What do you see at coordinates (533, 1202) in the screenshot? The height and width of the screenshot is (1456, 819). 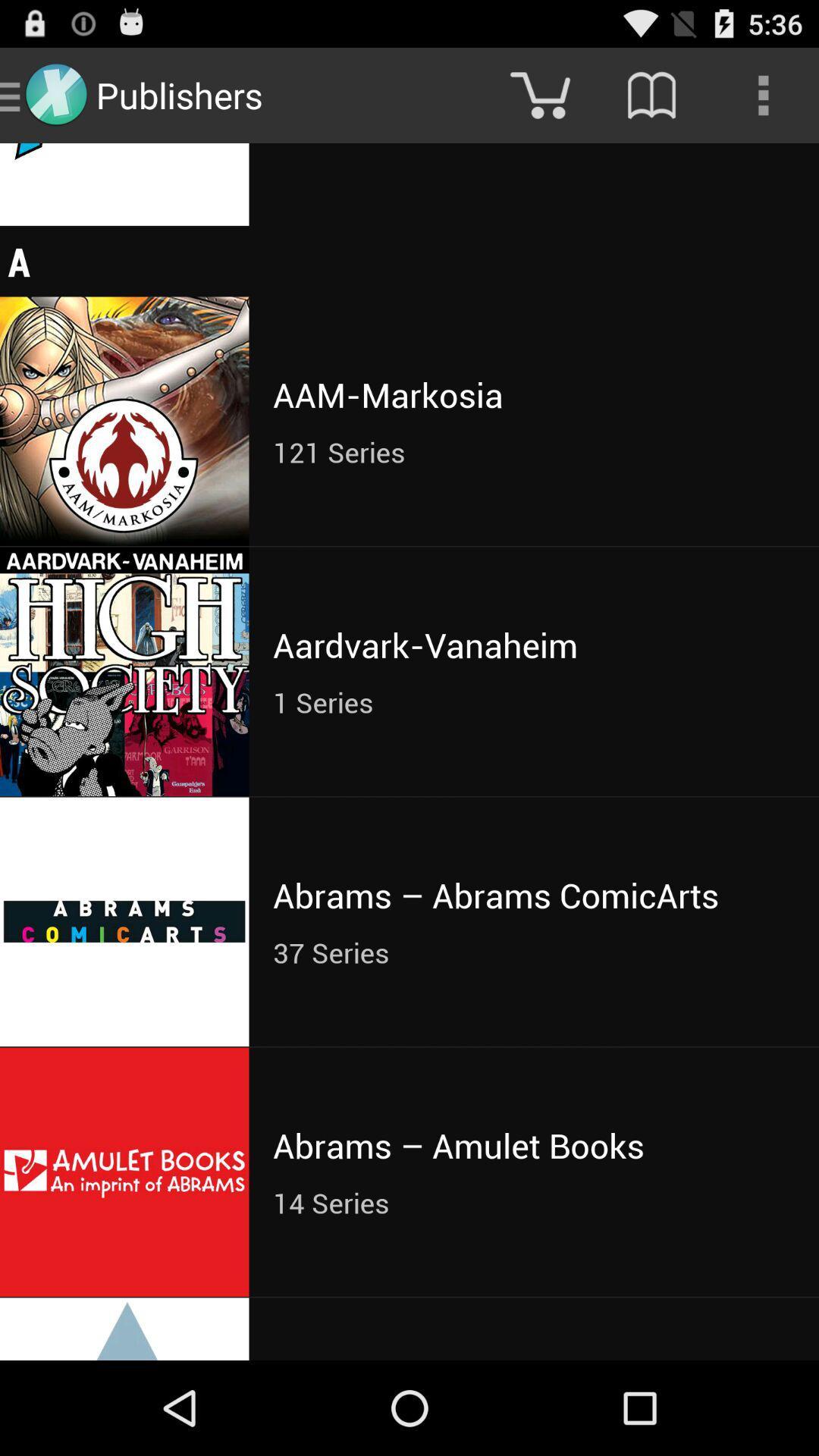 I see `the 14 series icon` at bounding box center [533, 1202].